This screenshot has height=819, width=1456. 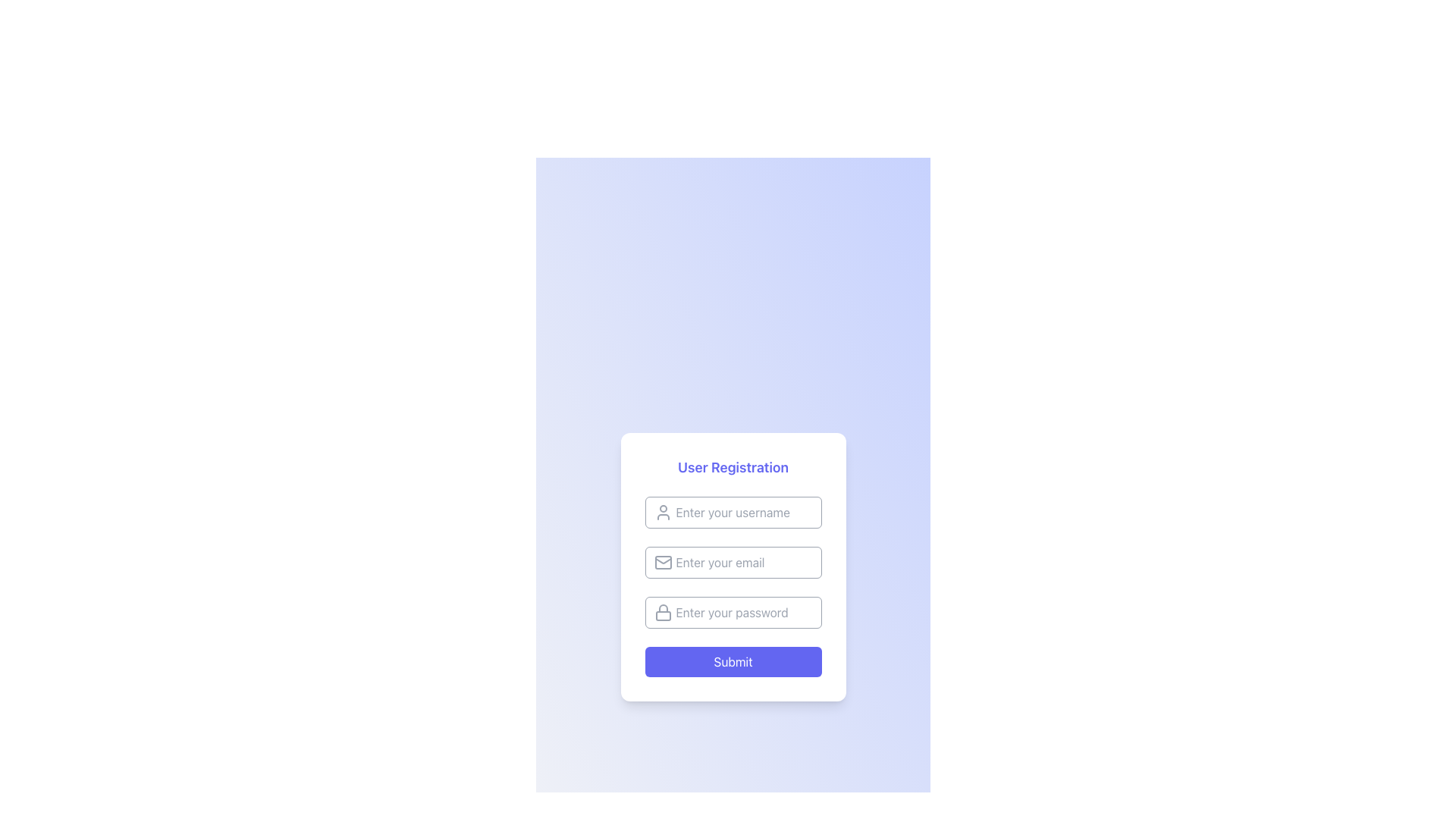 What do you see at coordinates (663, 562) in the screenshot?
I see `the decorative vector graphic rectangle that symbolizes the envelope icon, positioned to the left of the email input field in the User Registration form` at bounding box center [663, 562].